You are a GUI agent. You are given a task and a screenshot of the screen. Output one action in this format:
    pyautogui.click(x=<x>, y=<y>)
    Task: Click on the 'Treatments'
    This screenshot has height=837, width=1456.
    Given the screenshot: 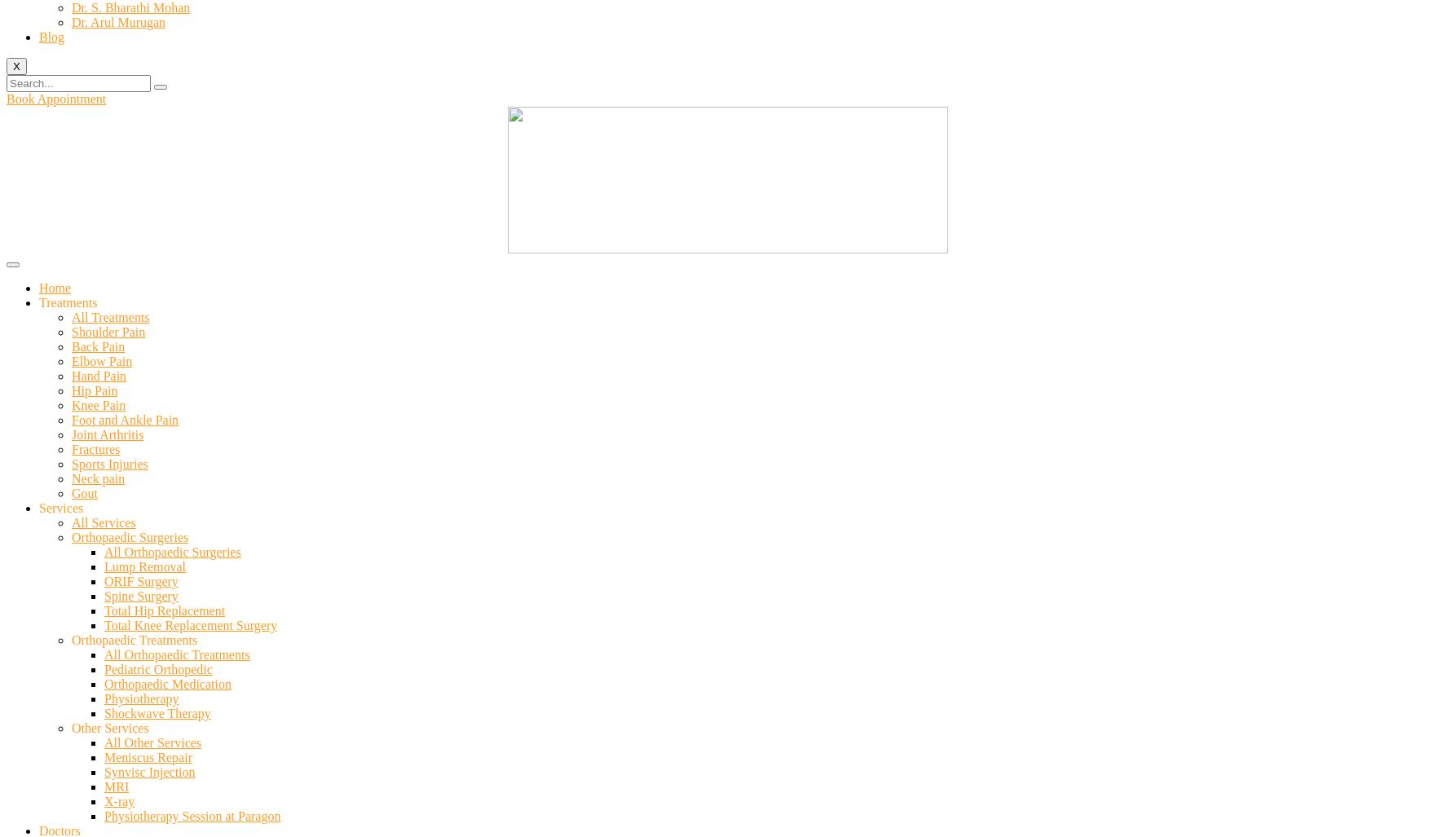 What is the action you would take?
    pyautogui.click(x=68, y=302)
    